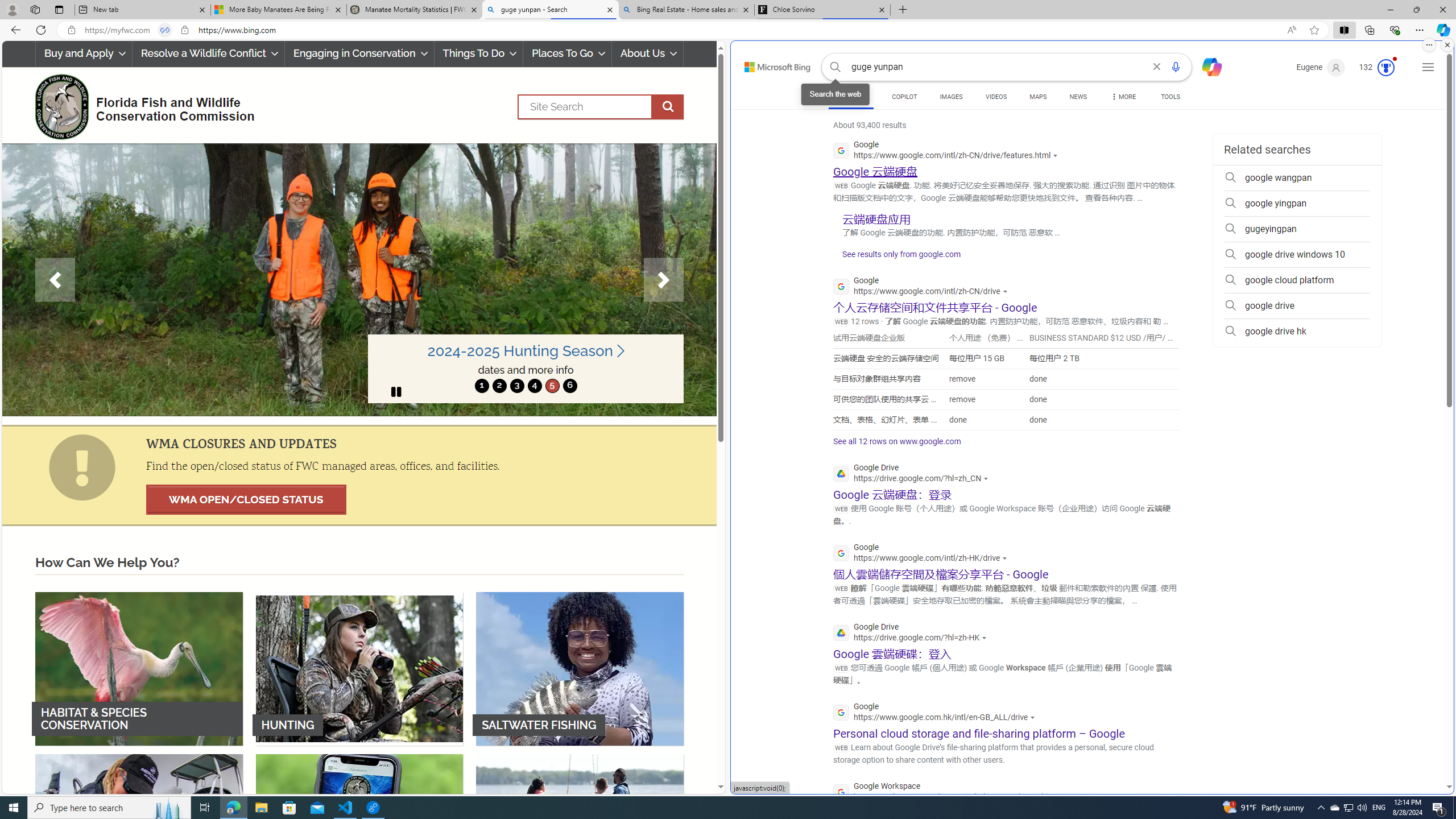  I want to click on '4', so click(533, 385).